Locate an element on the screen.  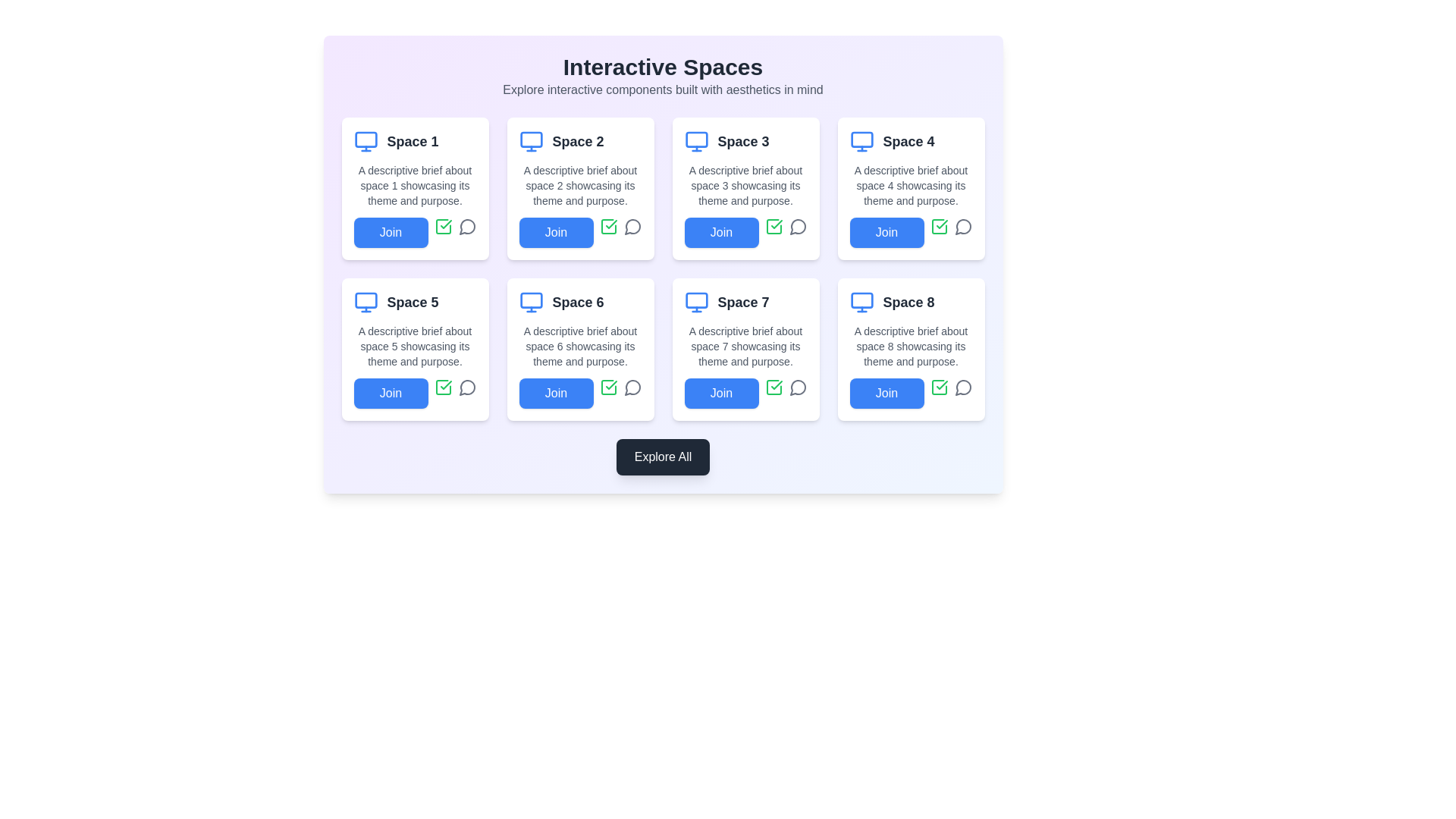
the computer monitor icon with a blue border located in the top-left corner of the 'Space 4' section, above the title 'Space 4' is located at coordinates (861, 141).